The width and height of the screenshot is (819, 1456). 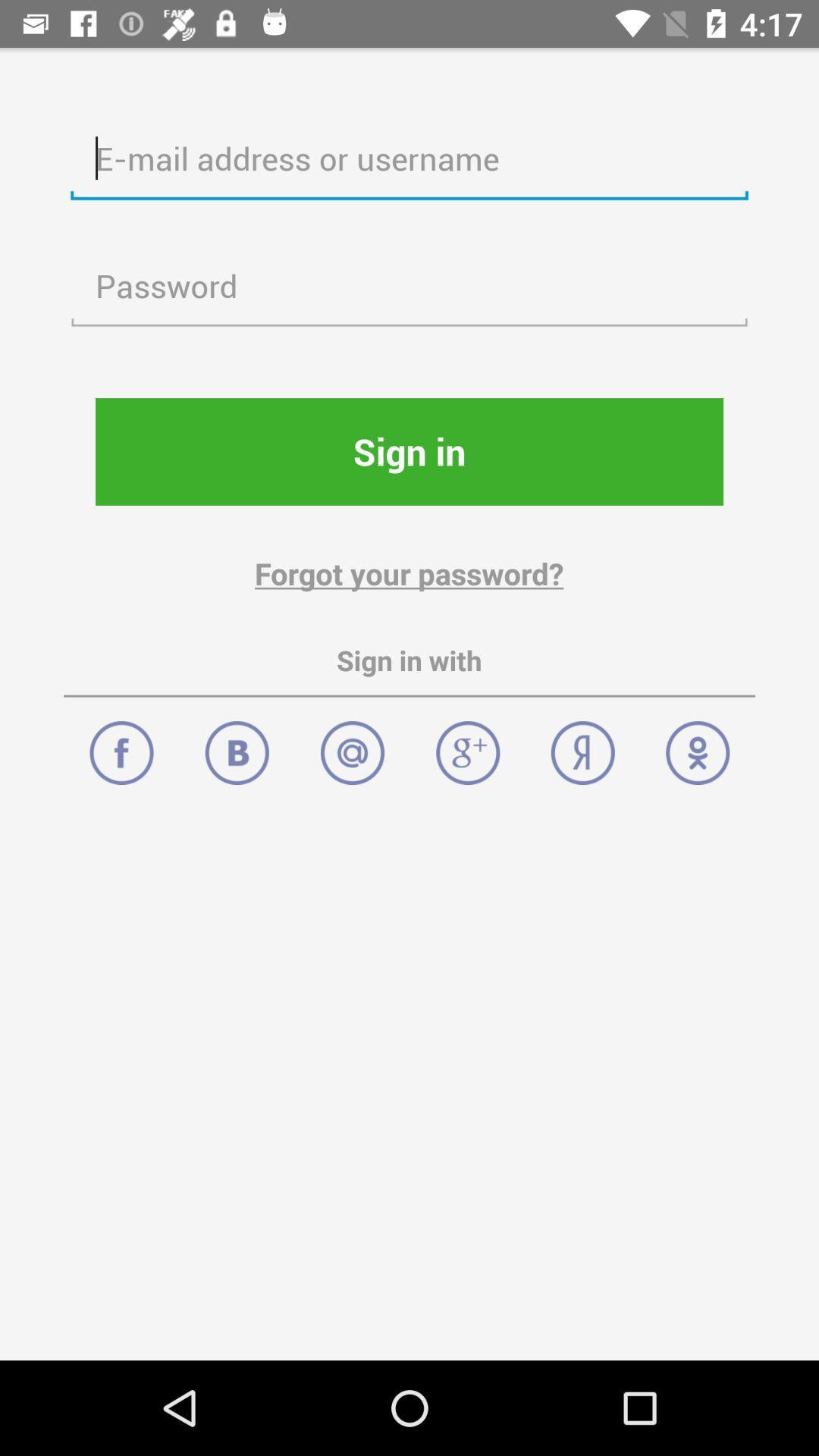 I want to click on the last social website option below sign in with text field, so click(x=698, y=745).